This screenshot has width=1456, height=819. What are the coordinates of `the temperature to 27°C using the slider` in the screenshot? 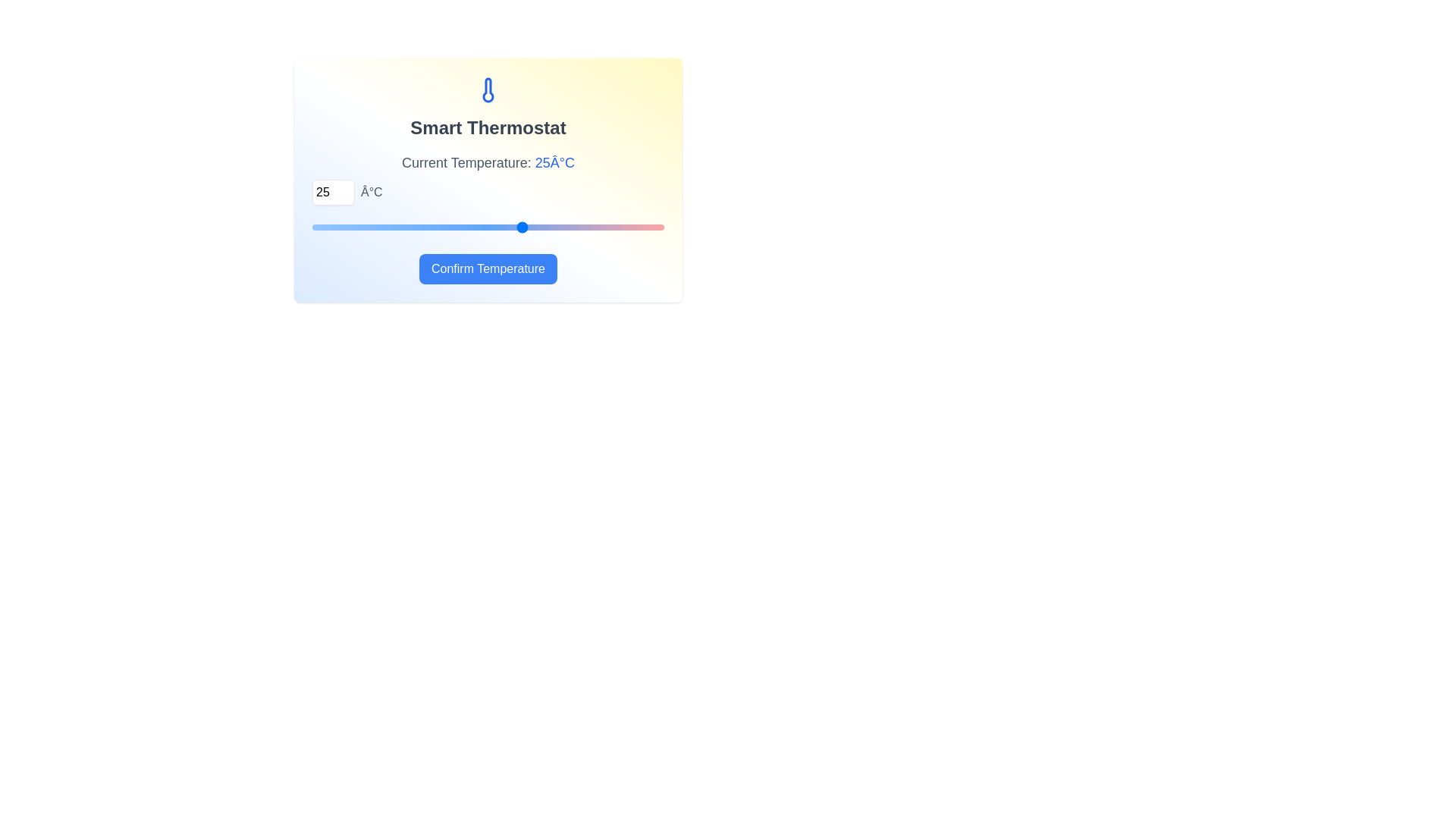 It's located at (551, 227).